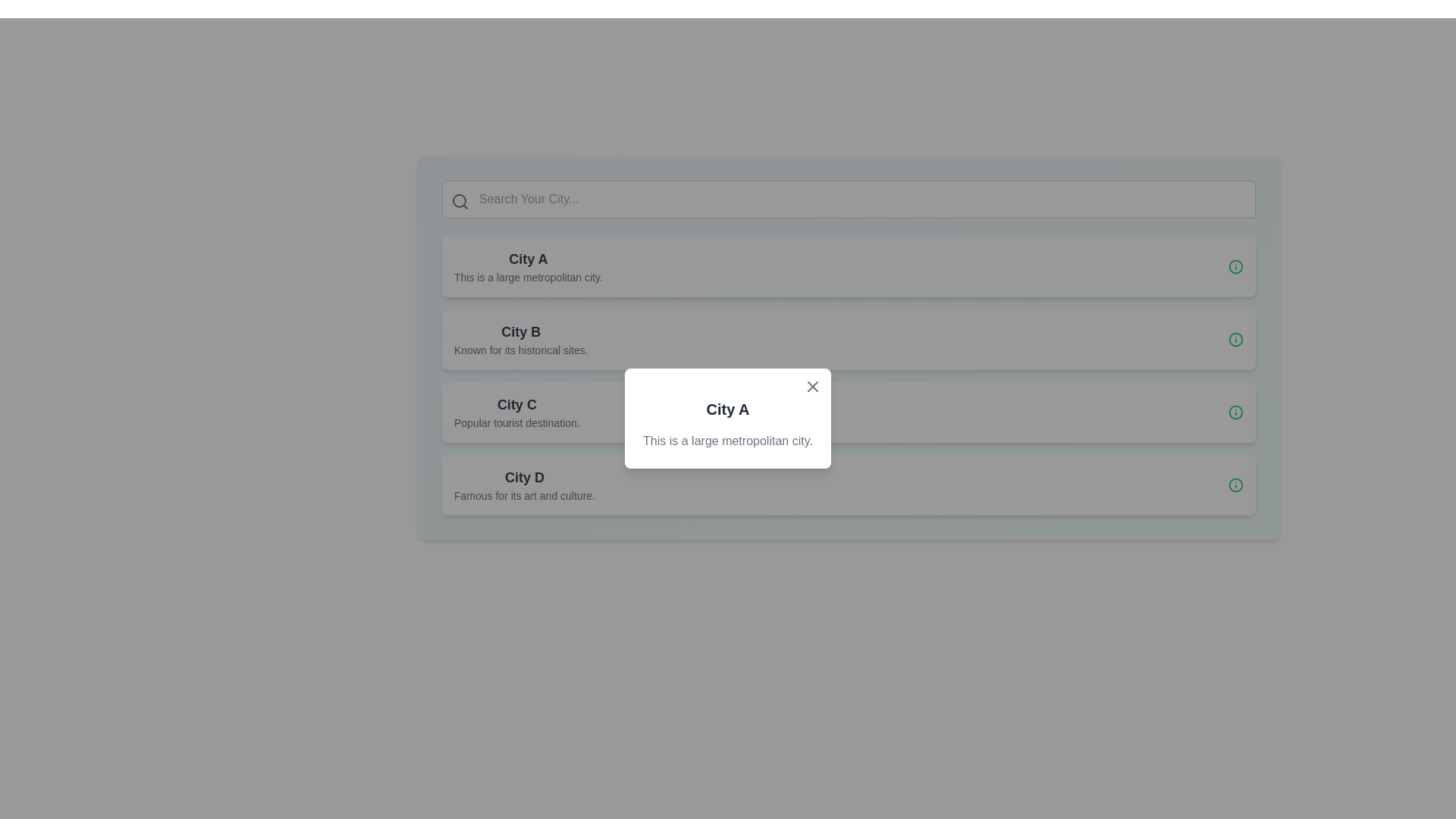  What do you see at coordinates (458, 200) in the screenshot?
I see `the gray circular component resembling a magnifying glass lens within the search icon, located at the top-center of the interface` at bounding box center [458, 200].